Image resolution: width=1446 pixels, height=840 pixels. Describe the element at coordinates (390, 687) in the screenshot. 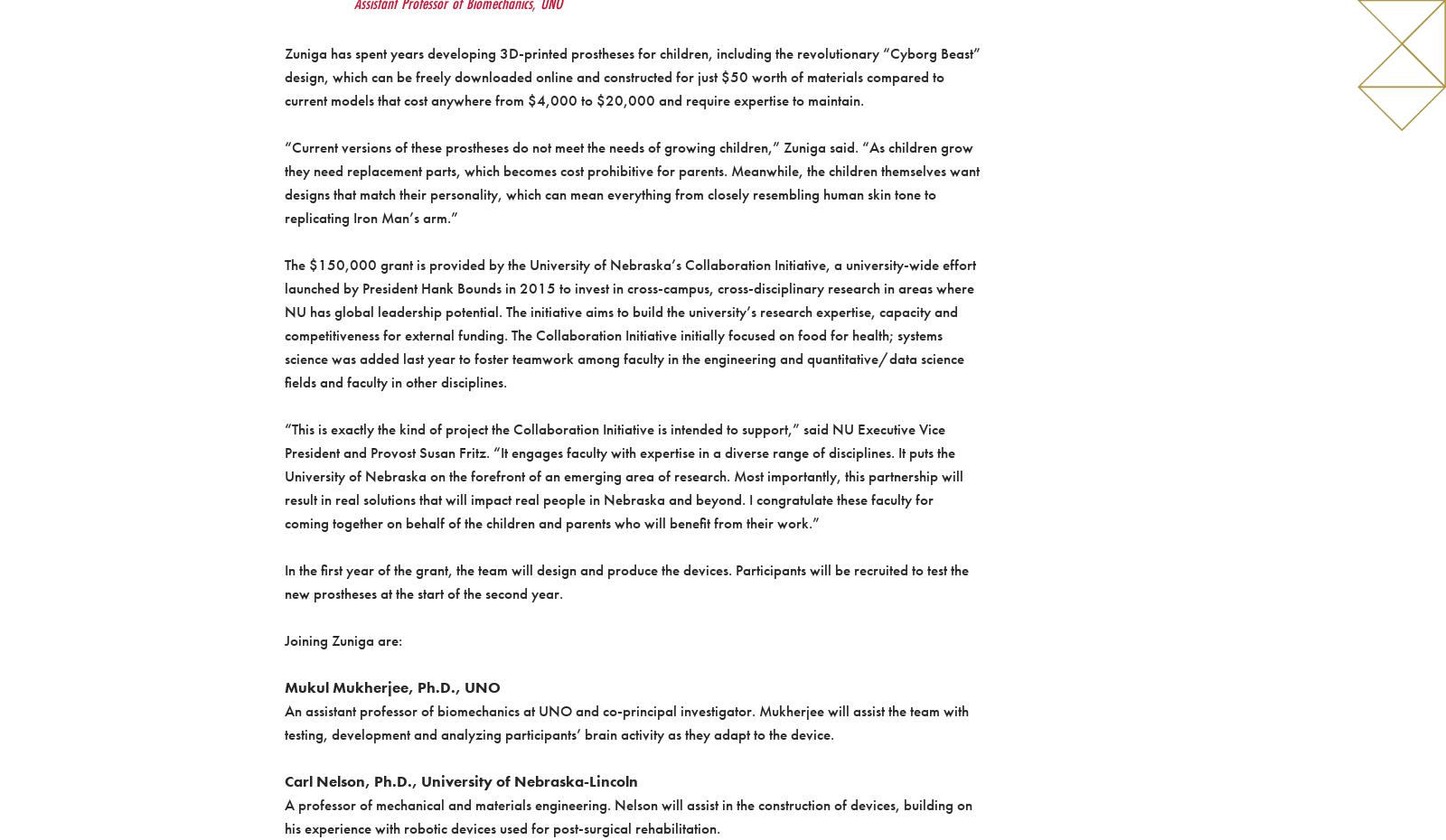

I see `'Mukul Mukherjee, Ph.D., UNO'` at that location.